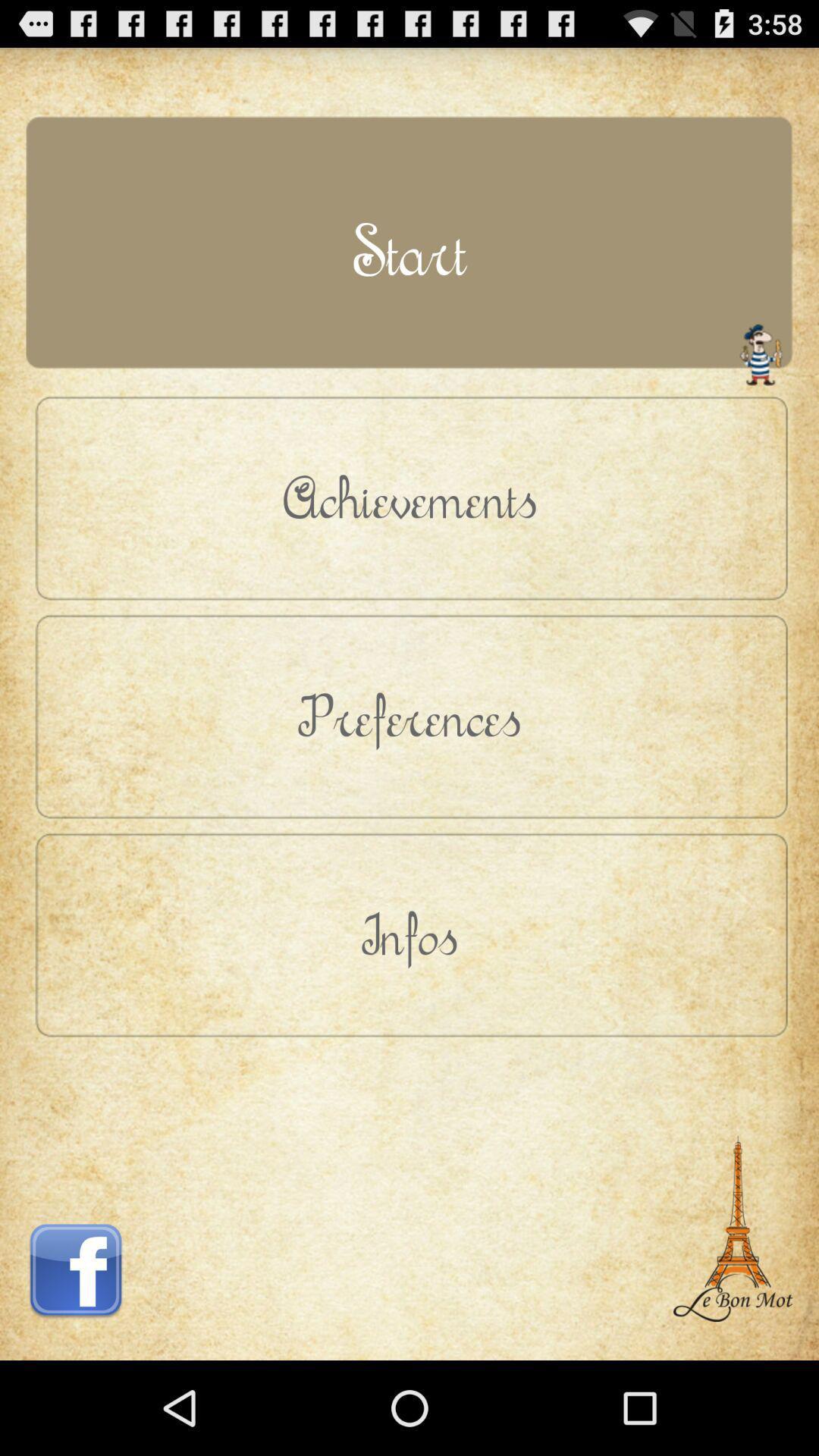 The width and height of the screenshot is (819, 1456). What do you see at coordinates (409, 715) in the screenshot?
I see `icon below achievements icon` at bounding box center [409, 715].